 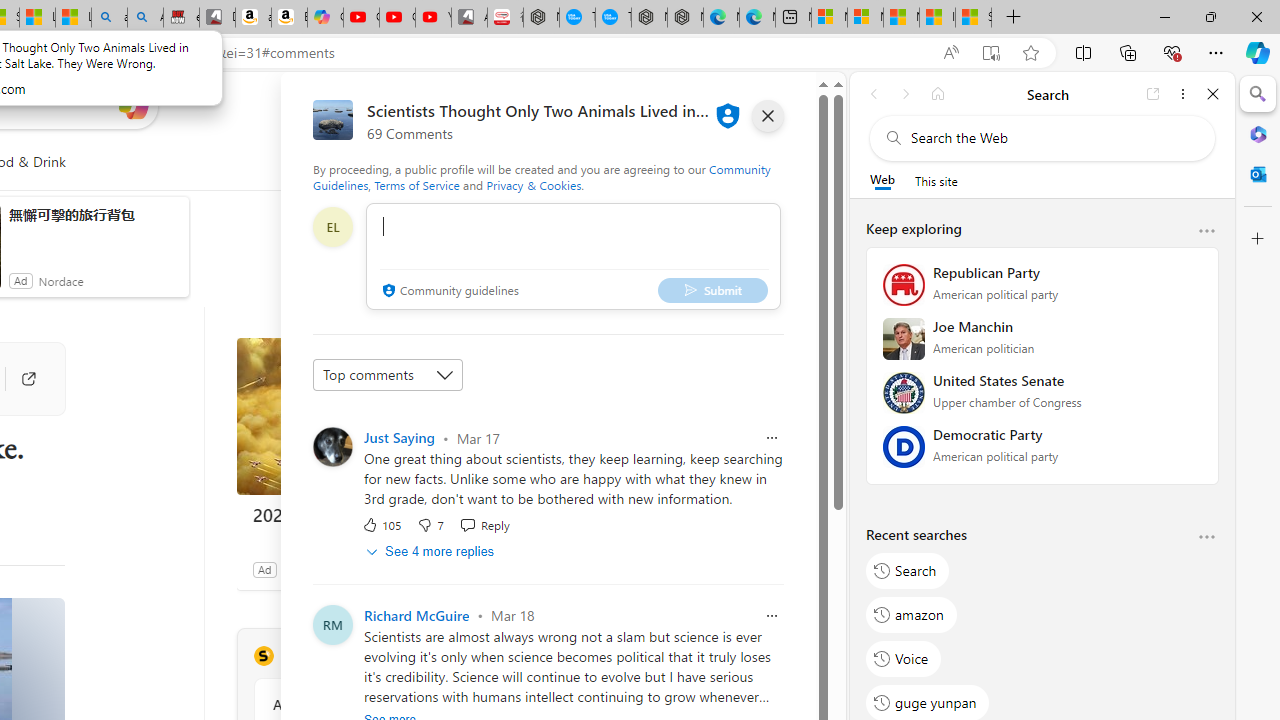 I want to click on 'Microsoft Start', so click(x=900, y=17).